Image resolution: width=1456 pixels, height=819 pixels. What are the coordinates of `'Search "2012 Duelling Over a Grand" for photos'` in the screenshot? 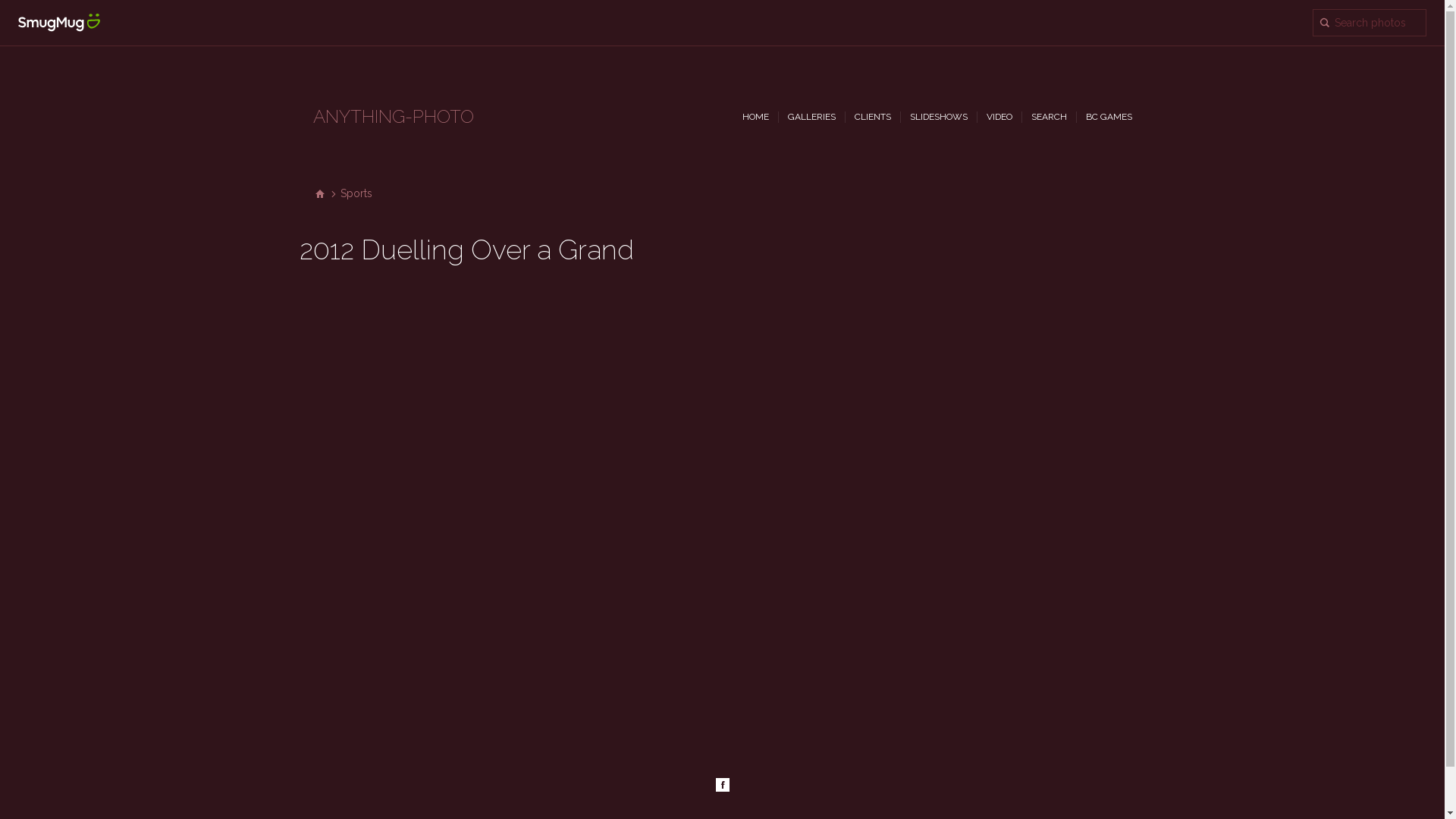 It's located at (1369, 23).